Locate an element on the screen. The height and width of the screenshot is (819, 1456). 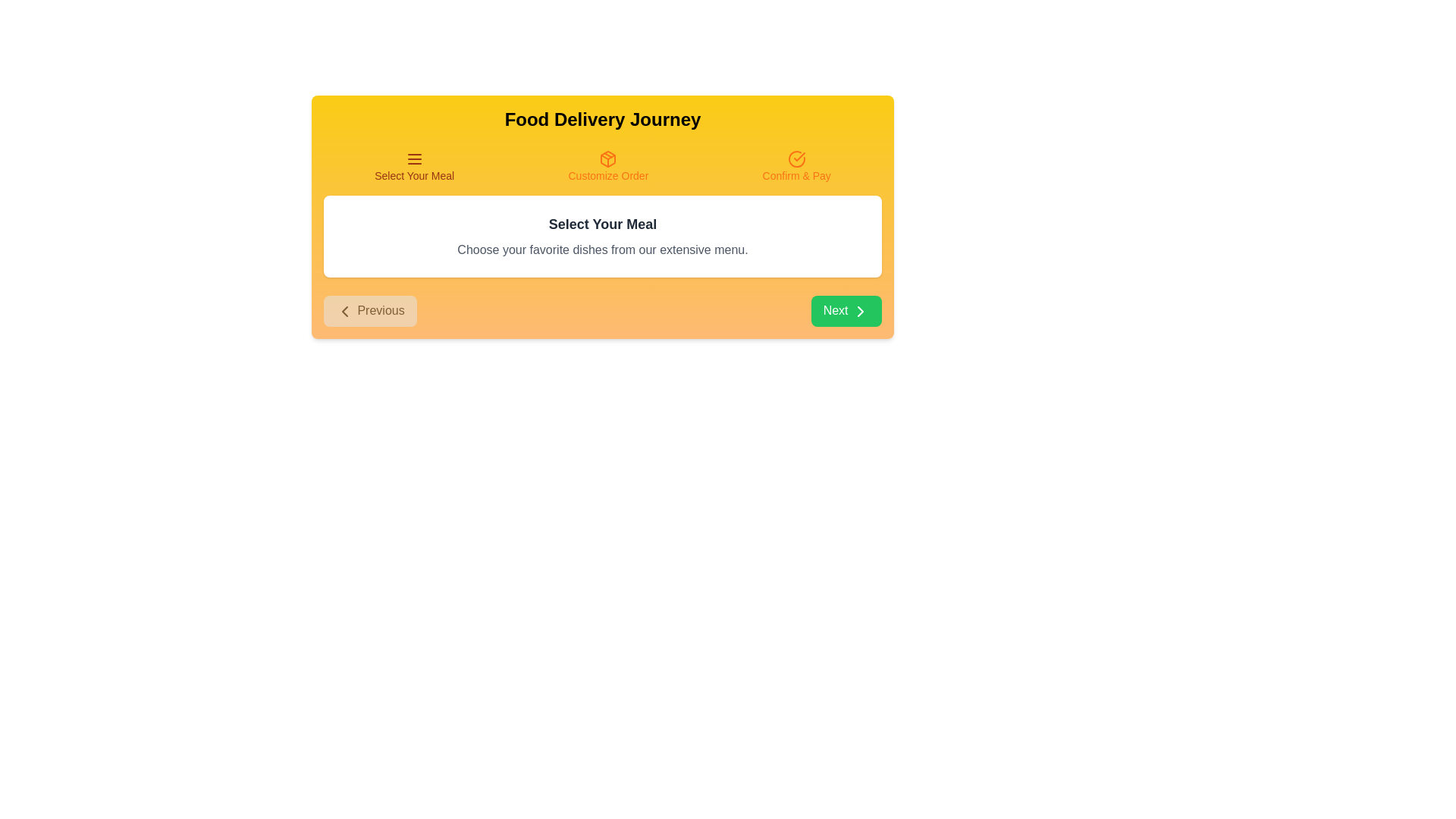
the Decorative Icon, which is a graphical checkmark icon located in the 'Confirm & Pay' section at the top of the page is located at coordinates (799, 157).